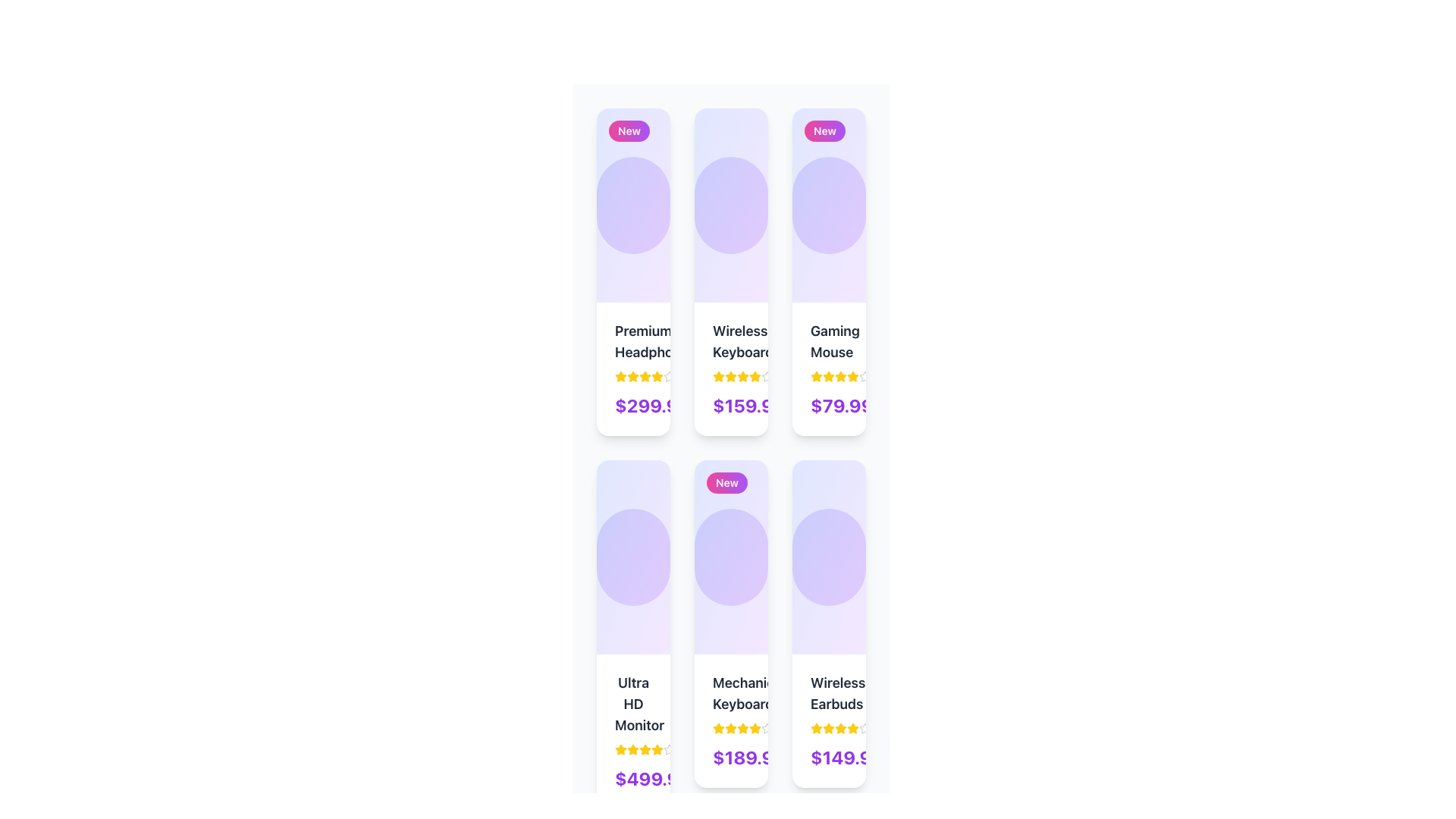 This screenshot has height=819, width=1456. I want to click on the static text label displaying the product name located in the first product card at the top left corner of the grid, above the ratings and the price listing of '$299.99', so click(633, 342).